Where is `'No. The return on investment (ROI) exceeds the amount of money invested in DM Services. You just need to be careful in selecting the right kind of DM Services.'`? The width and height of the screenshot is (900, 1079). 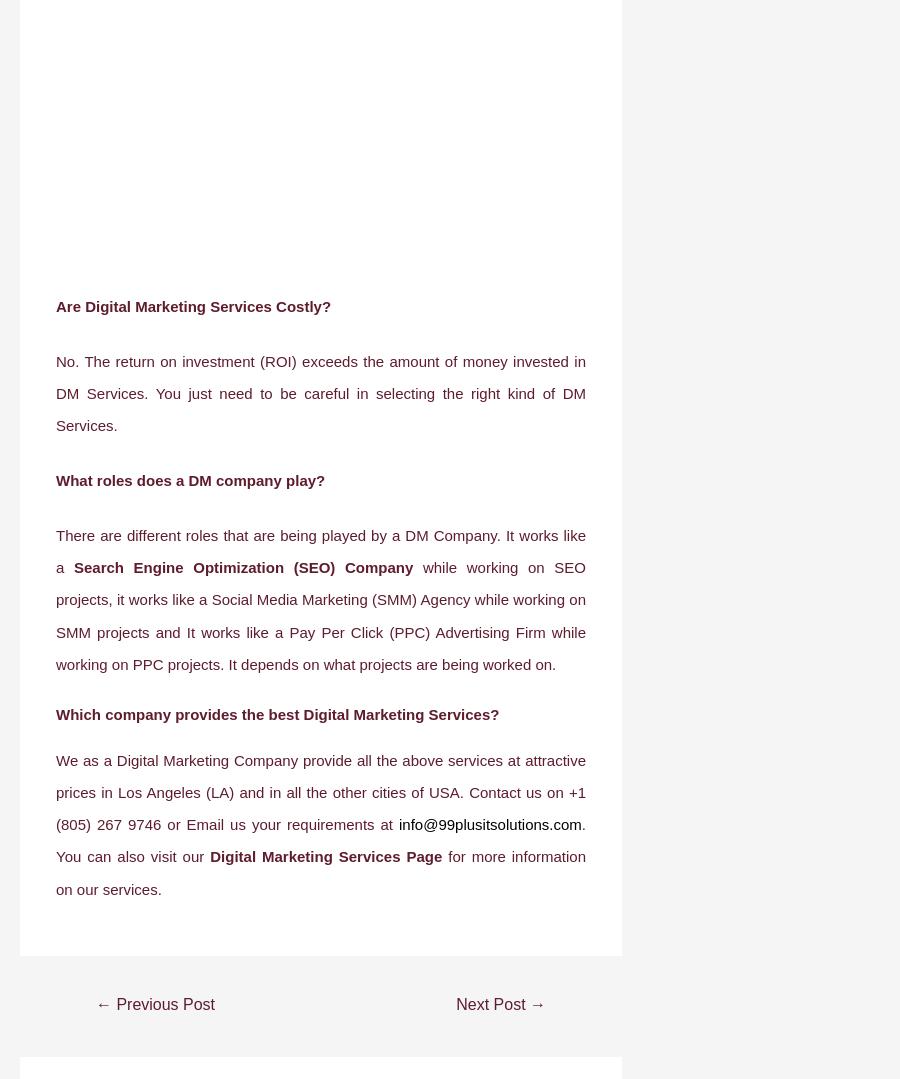
'No. The return on investment (ROI) exceeds the amount of money invested in DM Services. You just need to be careful in selecting the right kind of DM Services.' is located at coordinates (54, 391).